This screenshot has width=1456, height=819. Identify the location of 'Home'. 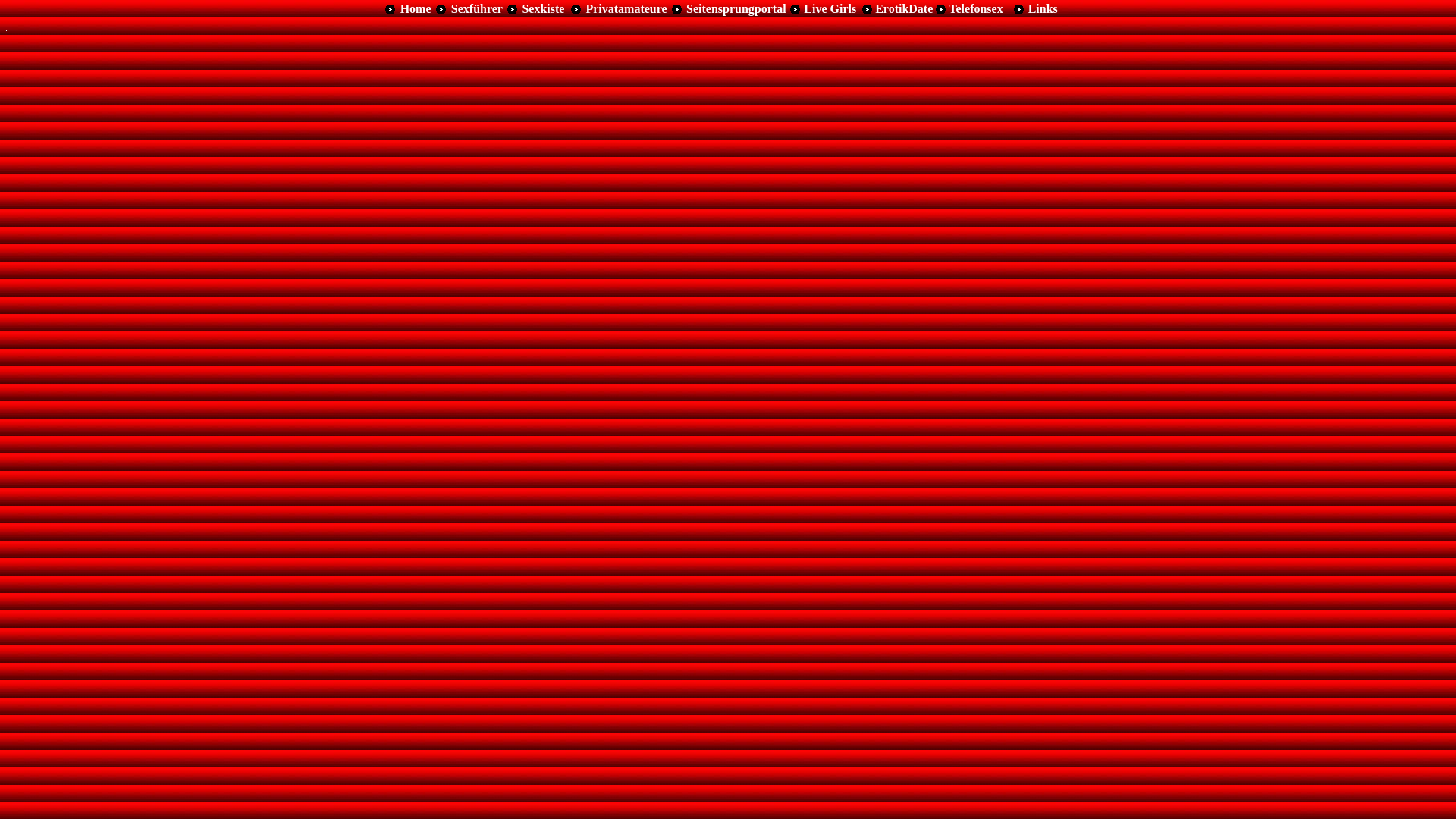
(416, 8).